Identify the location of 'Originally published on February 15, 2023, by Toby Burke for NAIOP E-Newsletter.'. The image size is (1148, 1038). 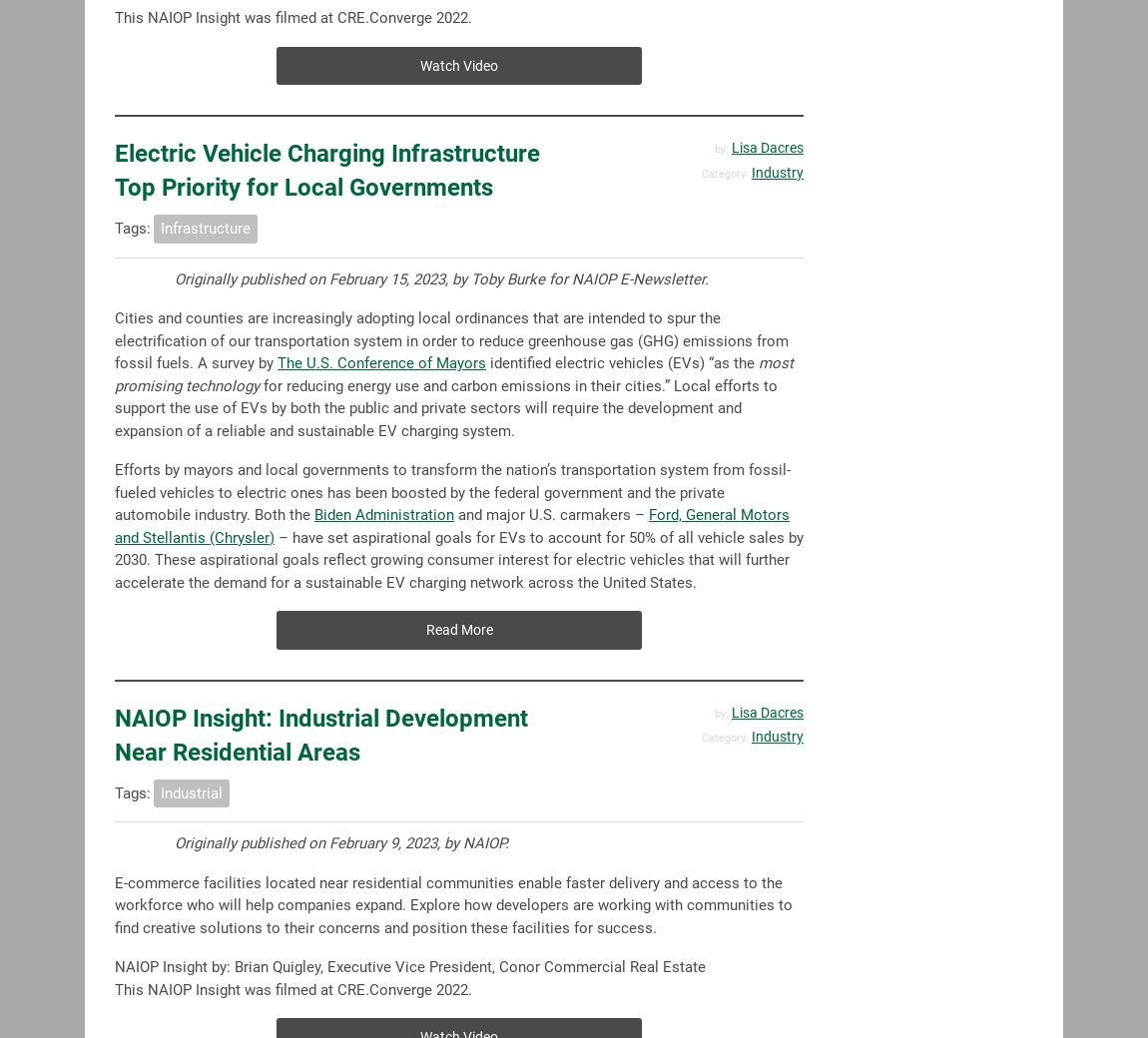
(441, 277).